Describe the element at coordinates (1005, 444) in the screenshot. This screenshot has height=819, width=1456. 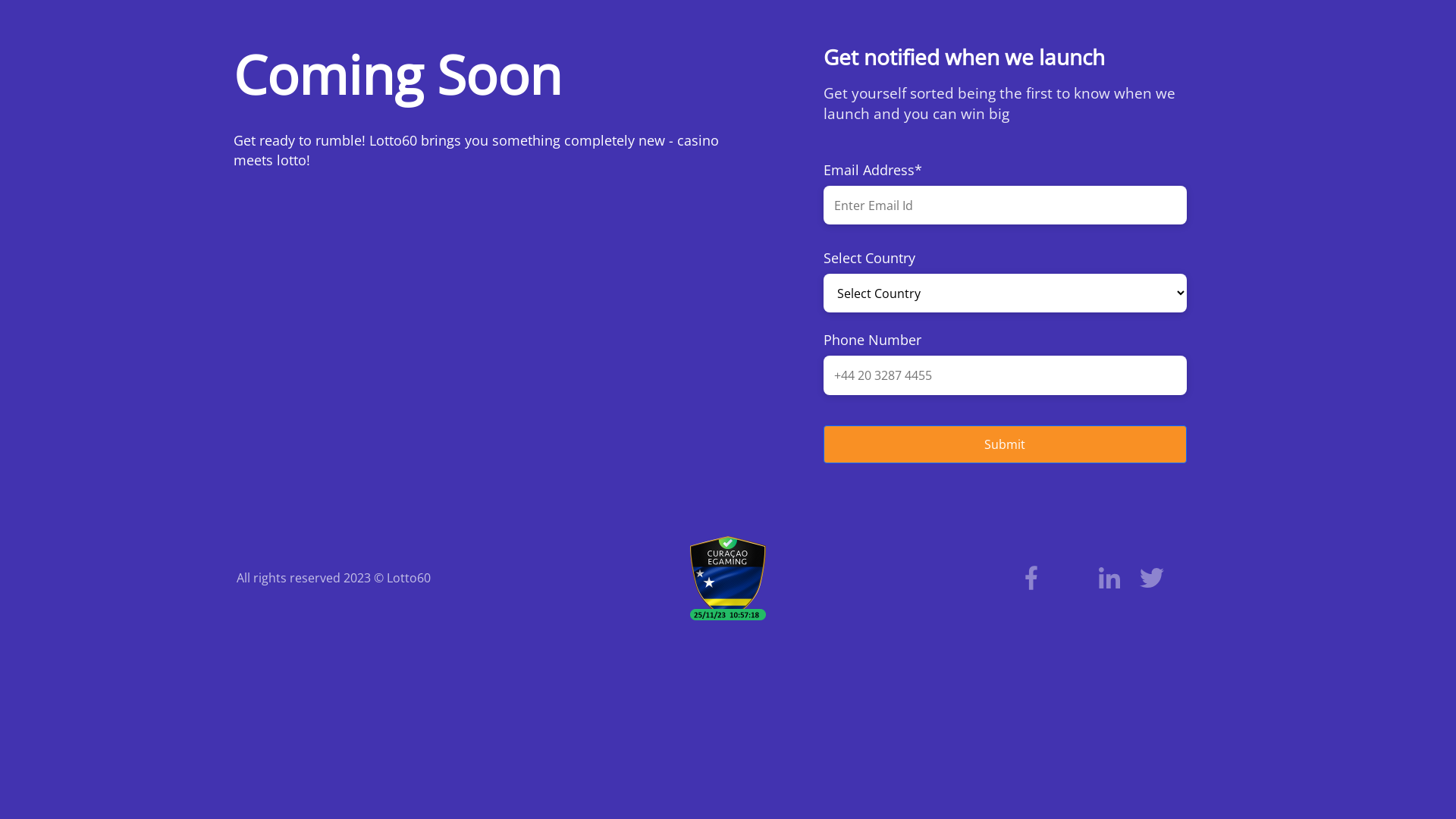
I see `'Submit'` at that location.